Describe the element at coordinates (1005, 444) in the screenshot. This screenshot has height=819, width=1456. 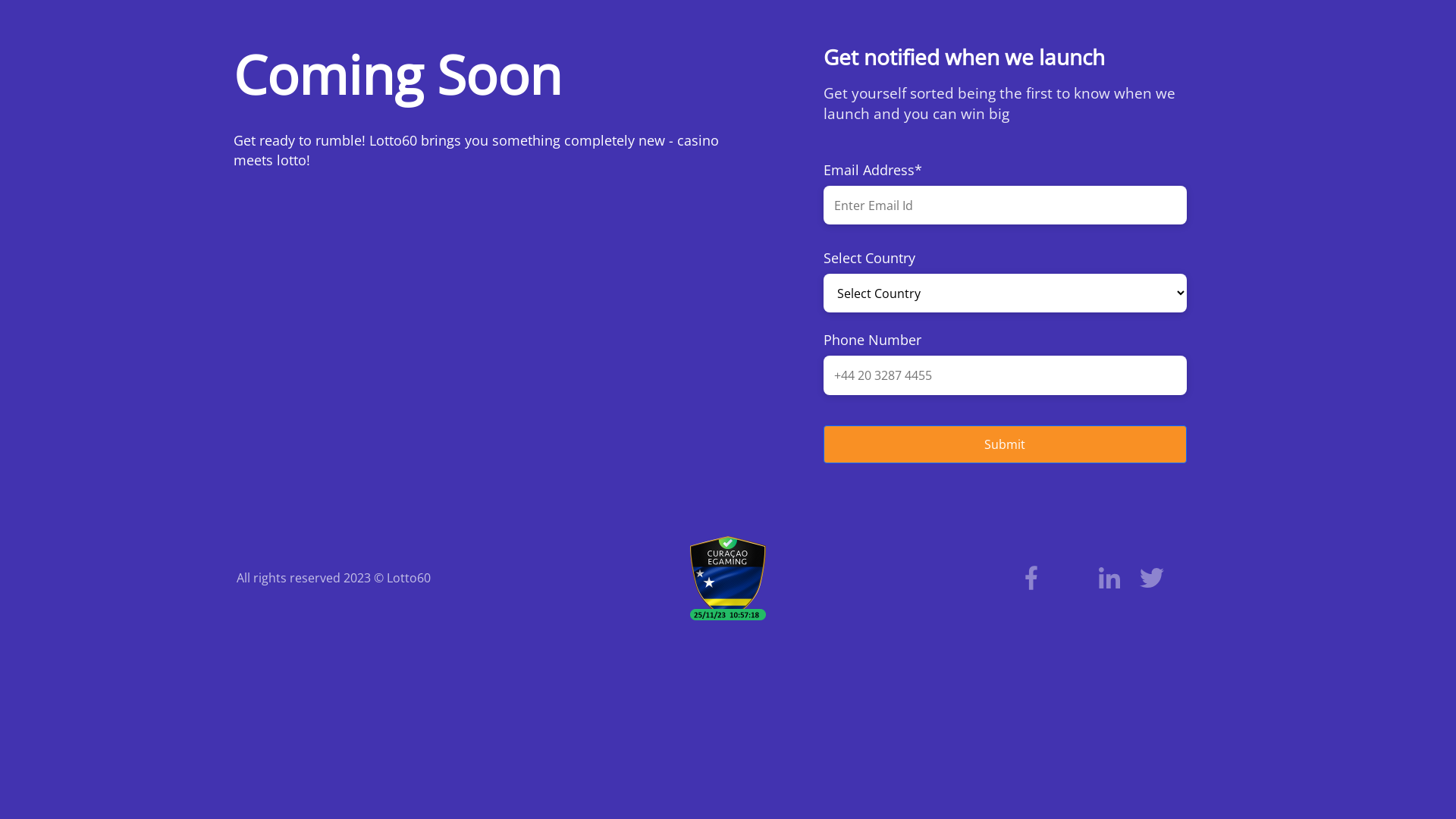
I see `'Submit'` at that location.